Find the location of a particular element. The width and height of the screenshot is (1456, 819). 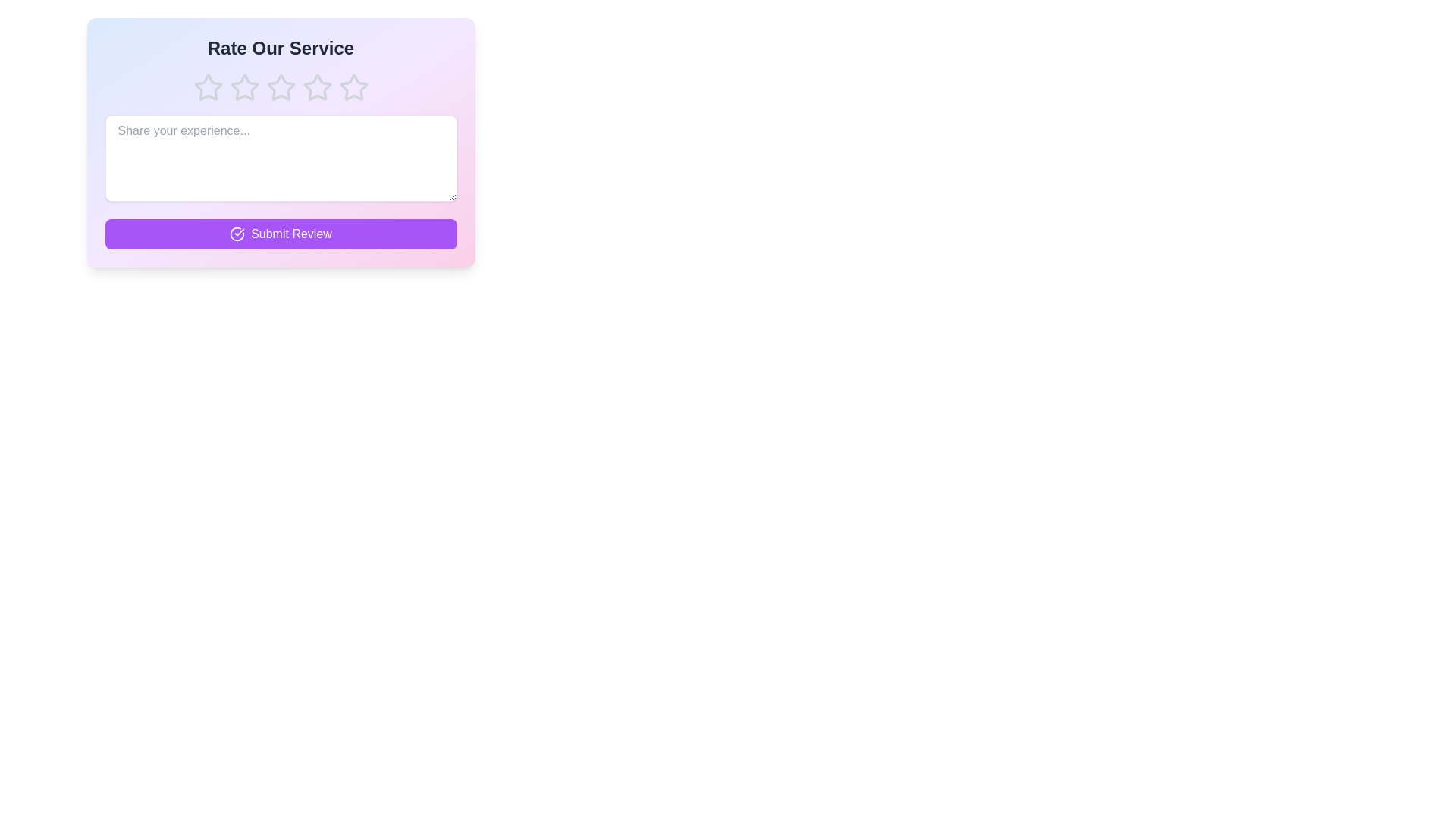

the star corresponding to 2 to preview the rating is located at coordinates (244, 87).